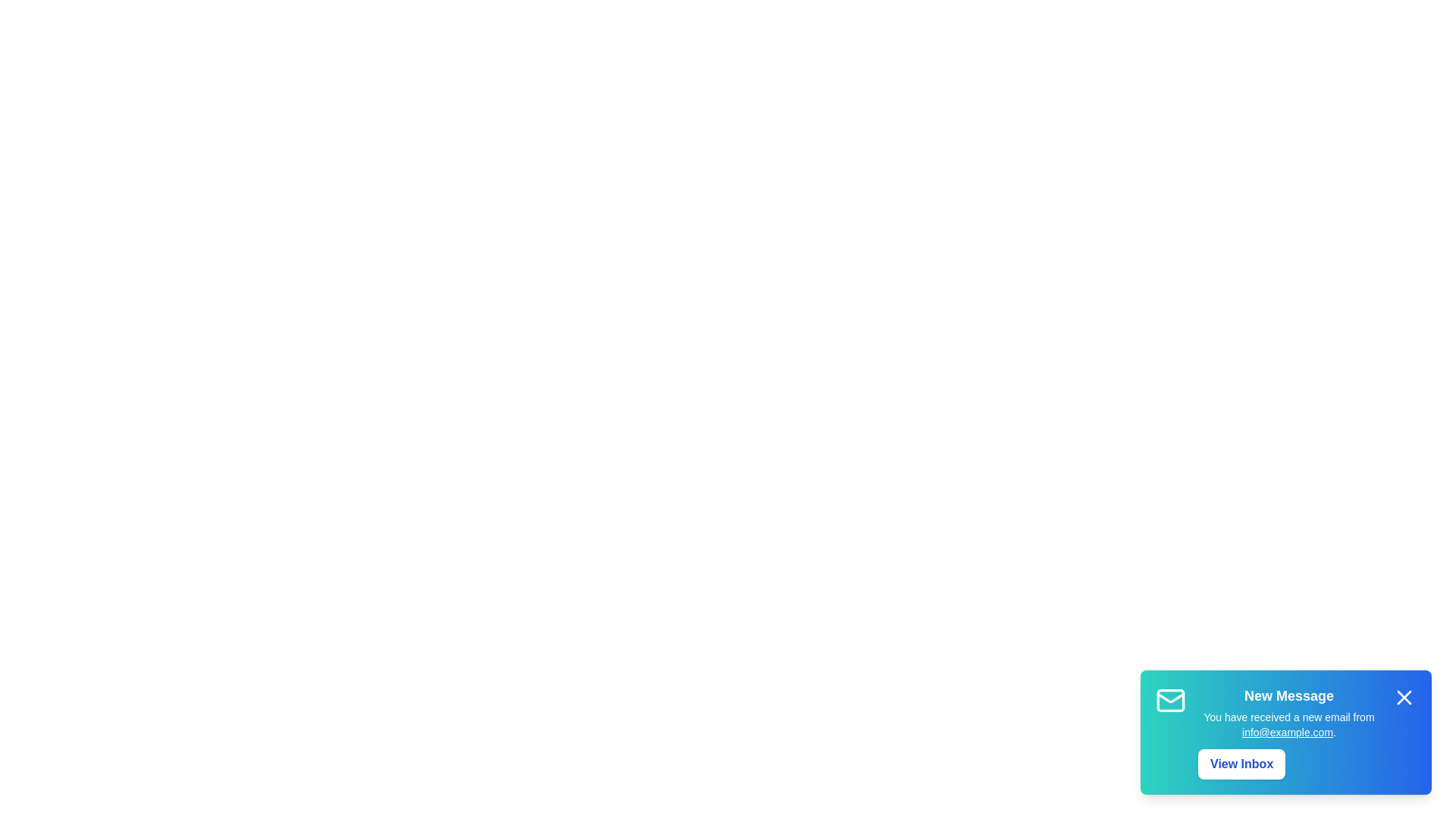 Image resolution: width=1456 pixels, height=819 pixels. Describe the element at coordinates (1241, 764) in the screenshot. I see `the 'View Inbox' button to open the email inbox` at that location.